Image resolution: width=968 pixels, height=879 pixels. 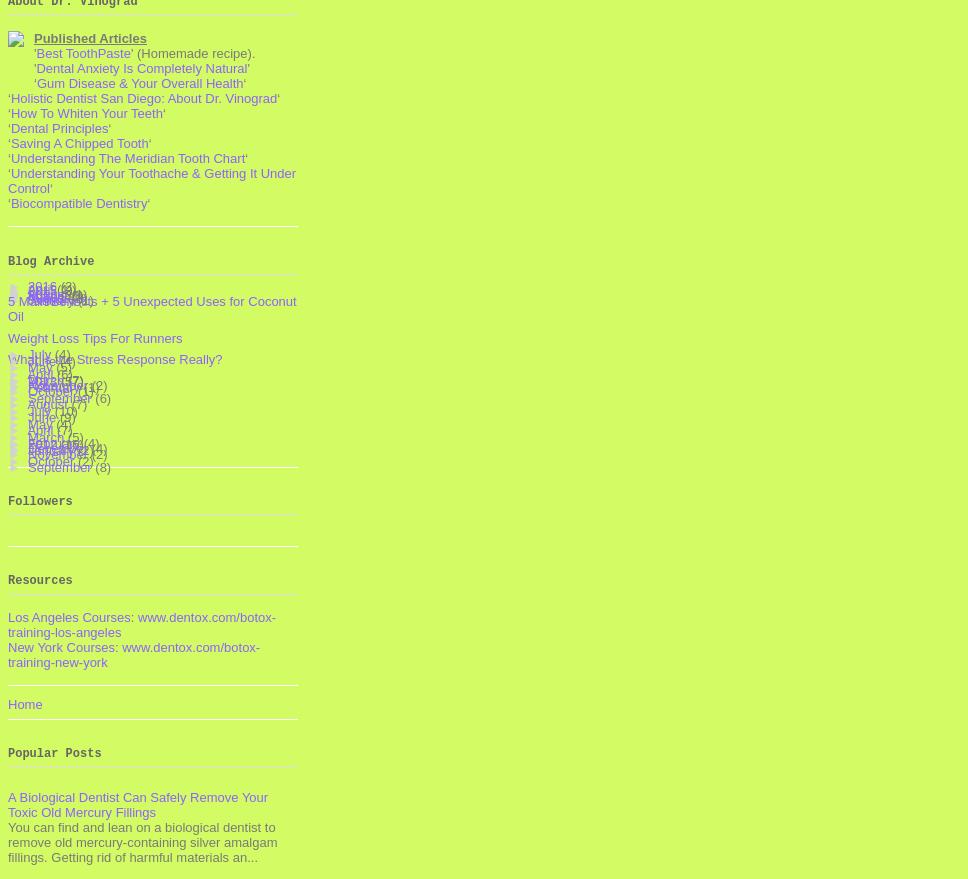 What do you see at coordinates (27, 294) in the screenshot?
I see `'2014'` at bounding box center [27, 294].